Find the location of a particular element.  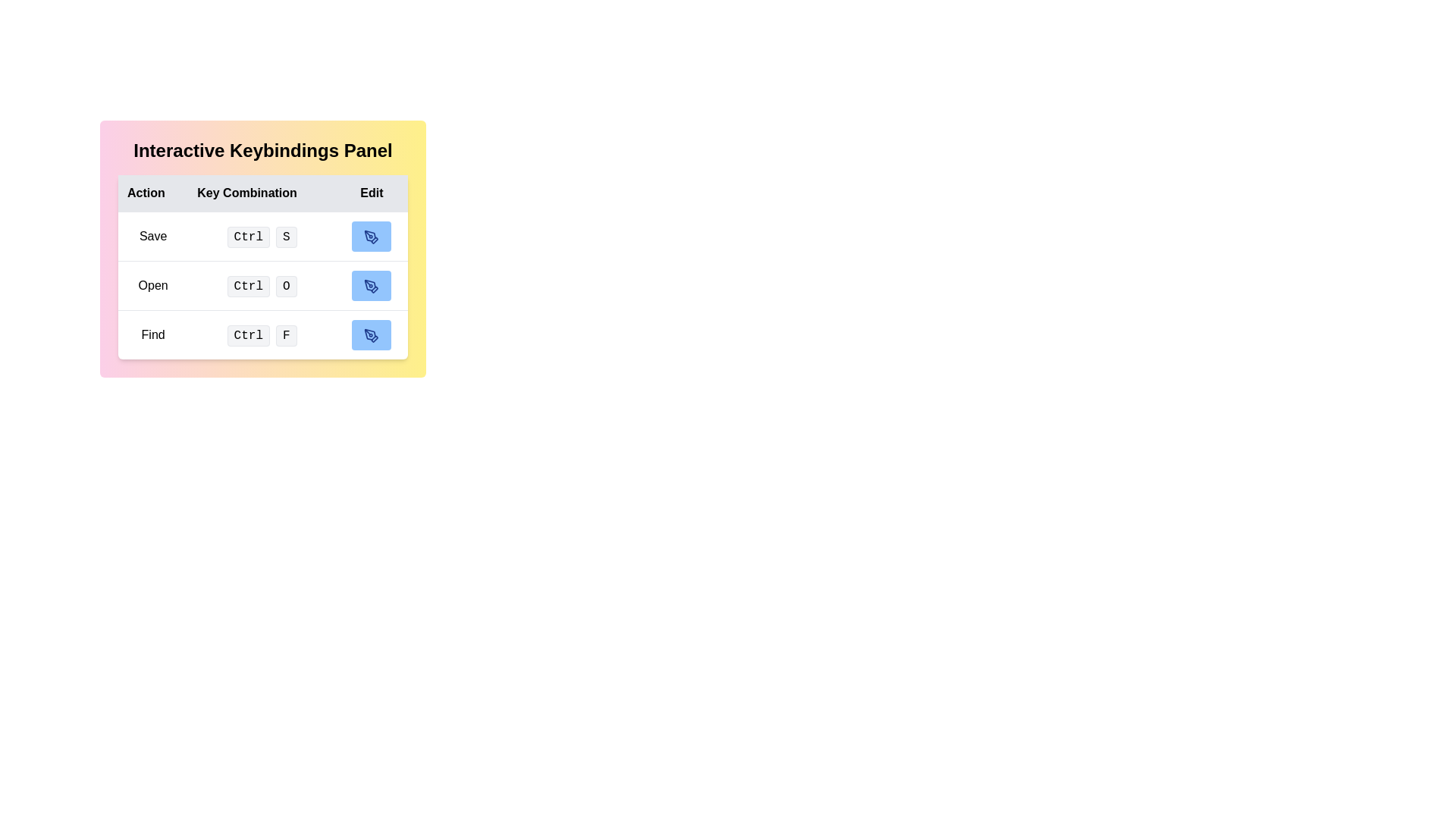

the 'Ctrl' key display button in the 'Key Combination' column, first row, indicating it is part of the 'Ctrl S' shortcut for the 'Save' action is located at coordinates (248, 237).